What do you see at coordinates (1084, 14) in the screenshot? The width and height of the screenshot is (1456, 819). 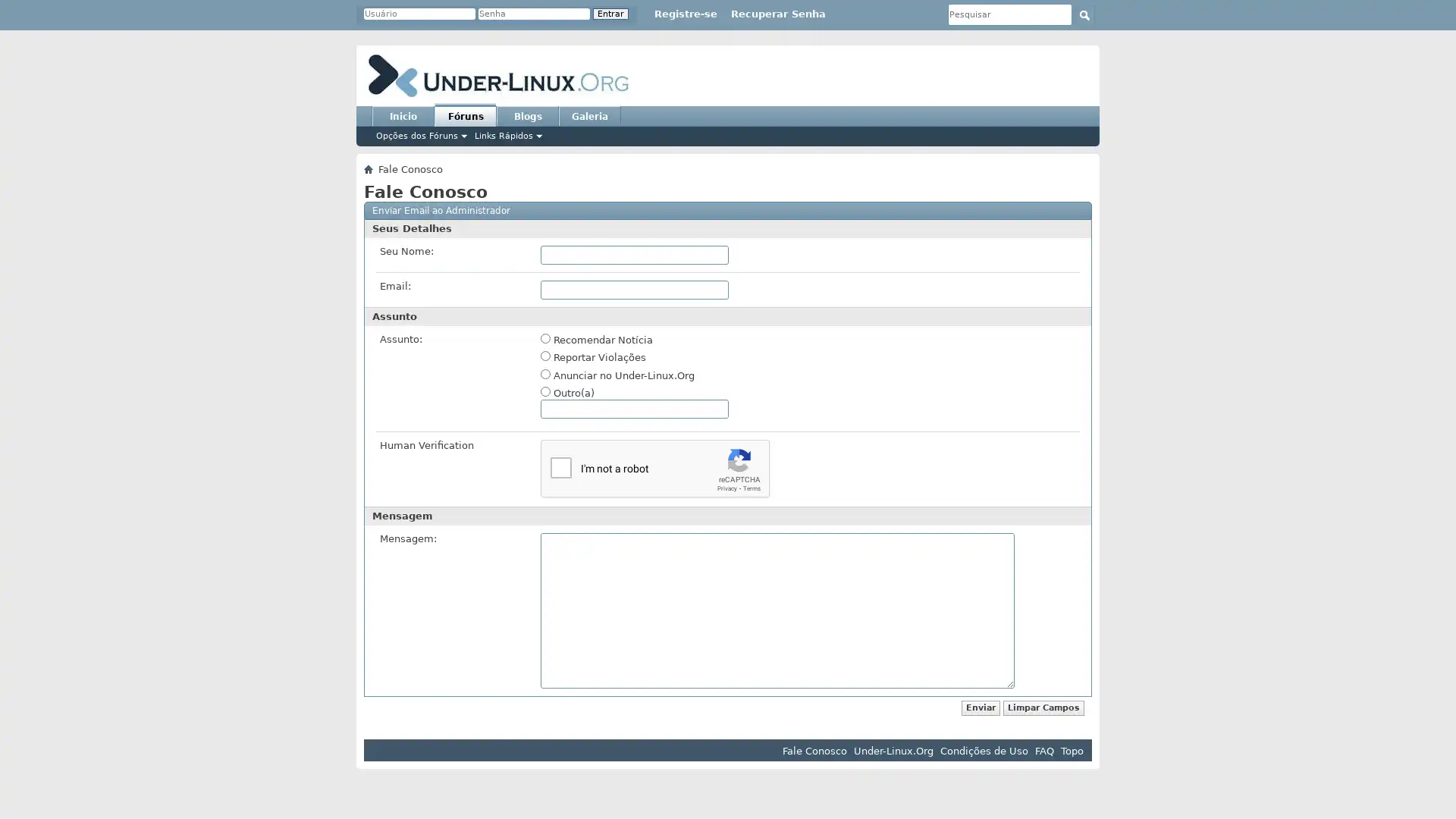 I see `Submit` at bounding box center [1084, 14].